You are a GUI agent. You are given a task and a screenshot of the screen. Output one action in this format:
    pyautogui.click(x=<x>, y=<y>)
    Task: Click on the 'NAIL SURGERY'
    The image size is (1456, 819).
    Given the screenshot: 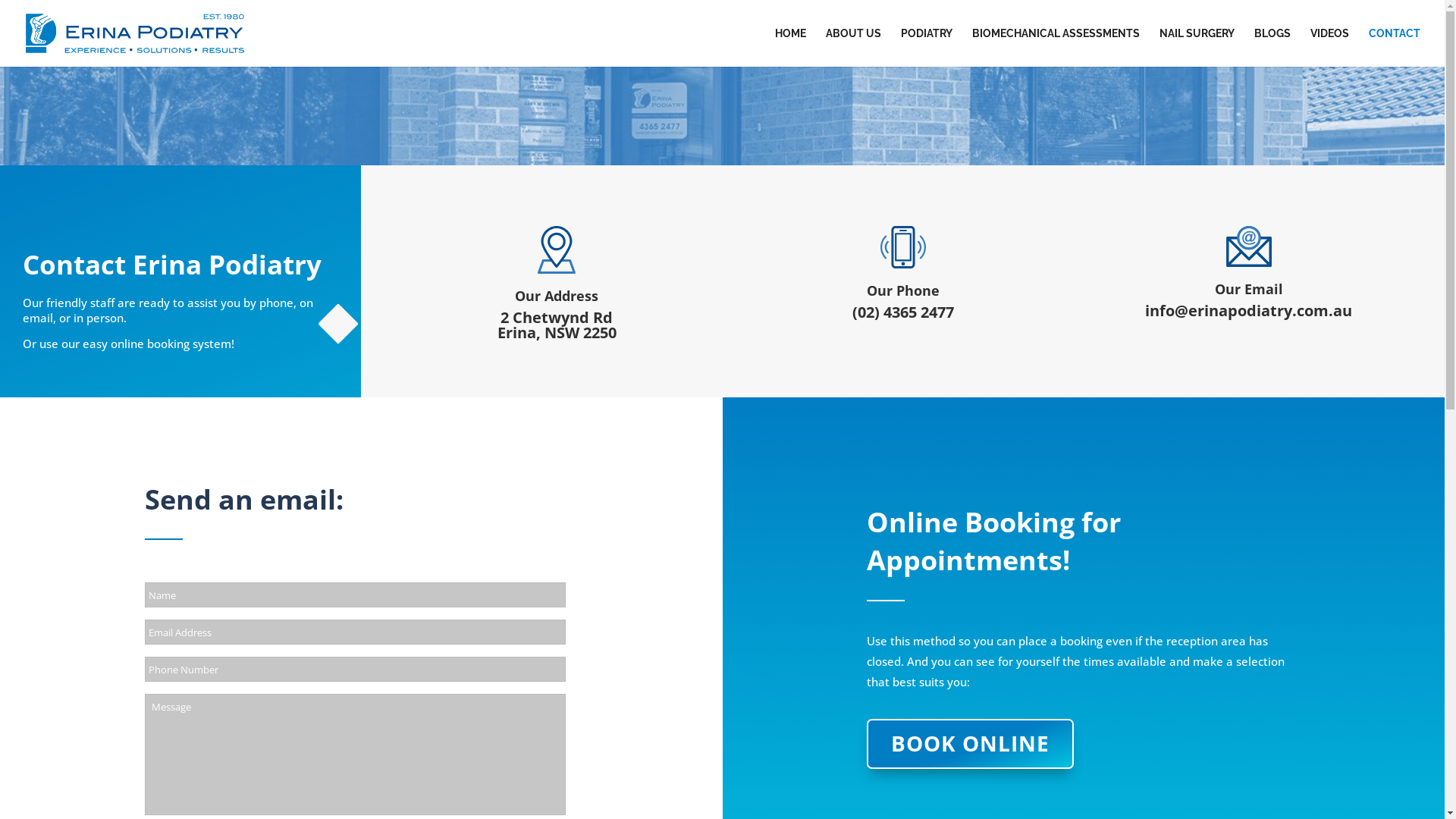 What is the action you would take?
    pyautogui.click(x=1159, y=46)
    